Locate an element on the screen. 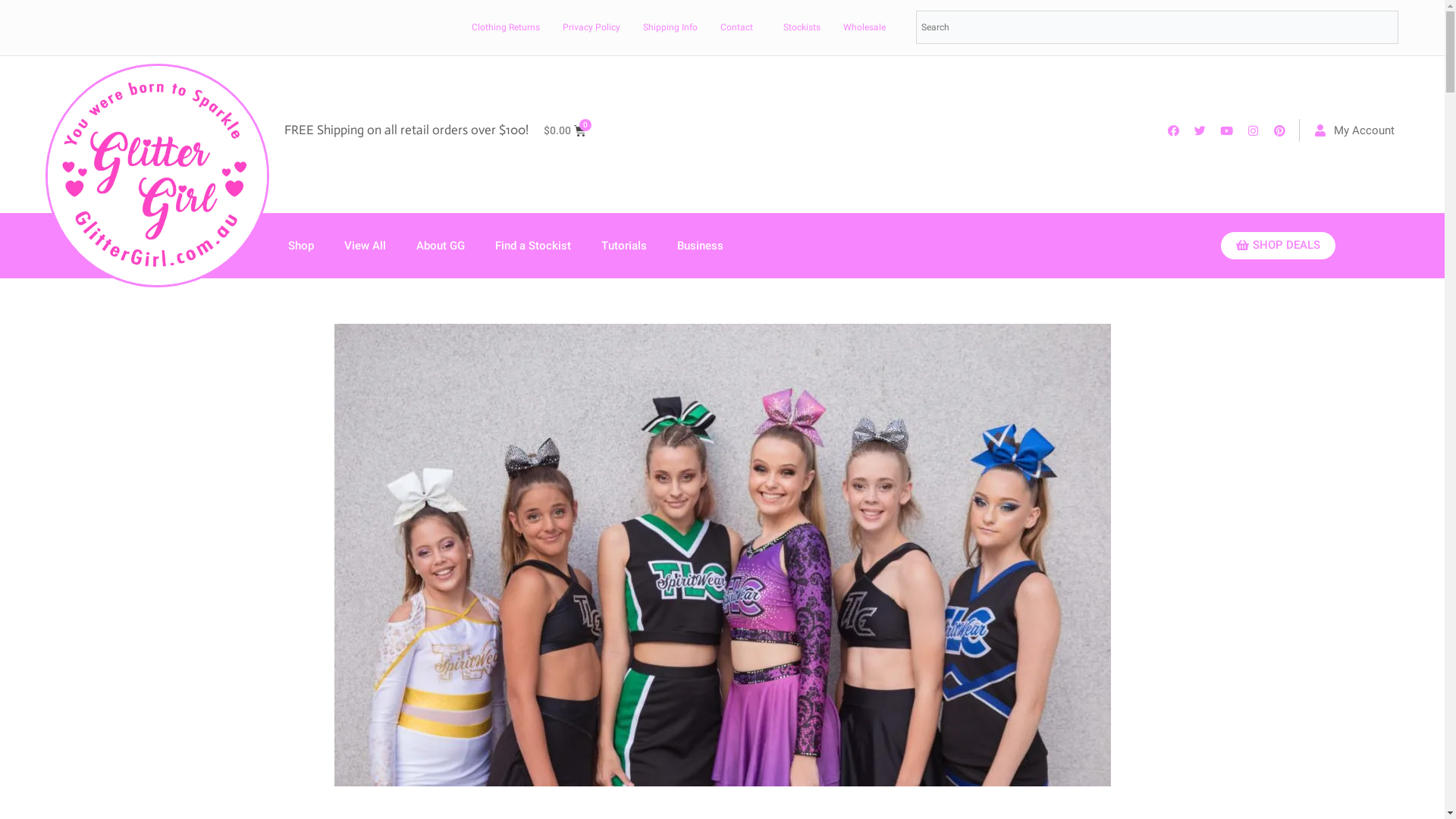 The width and height of the screenshot is (1456, 819). 'Contact' is located at coordinates (736, 27).